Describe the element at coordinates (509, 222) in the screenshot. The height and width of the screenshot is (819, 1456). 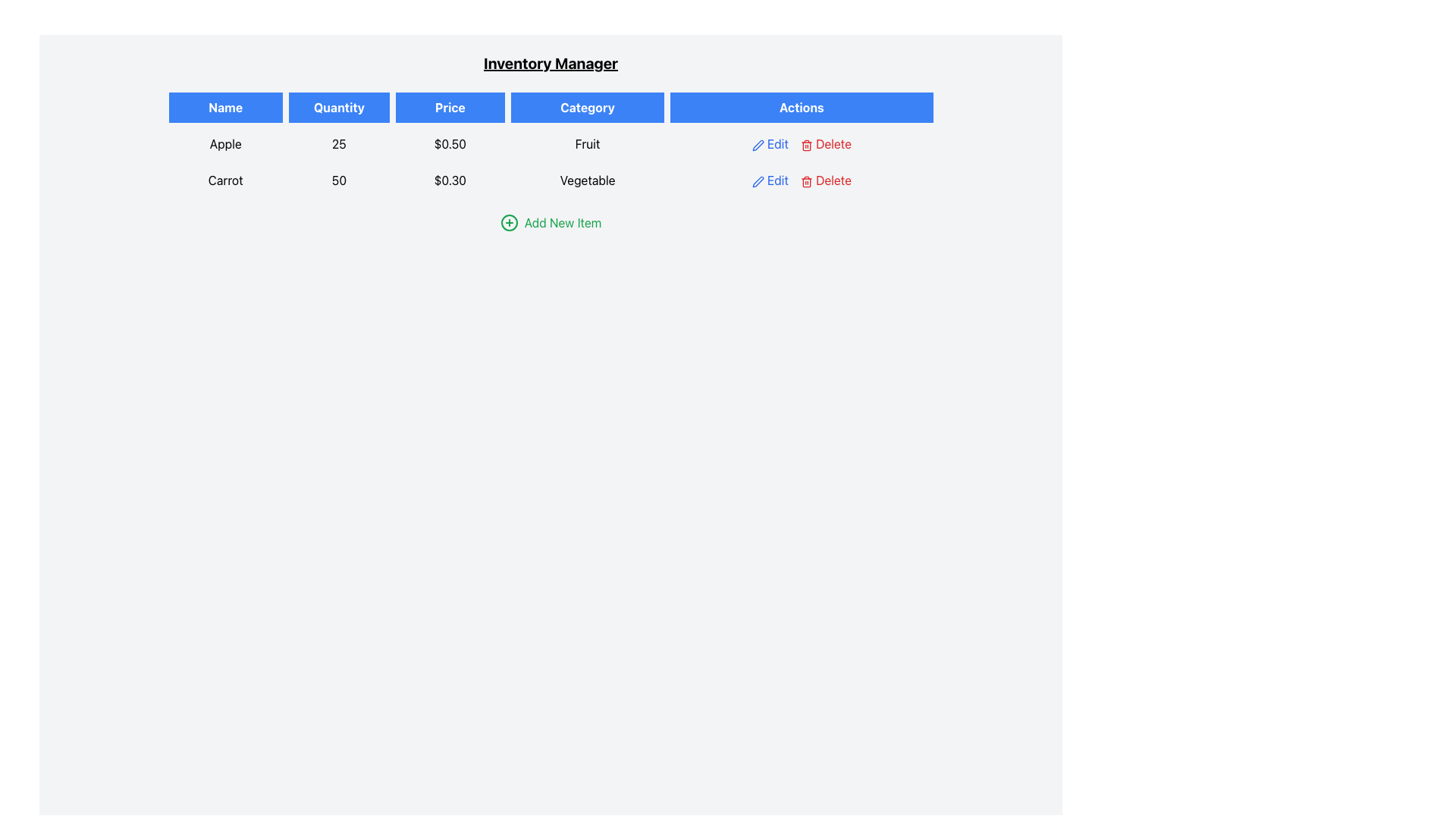
I see `the green '+' icon within the 'Add New Item' button to initiate the addition process` at that location.